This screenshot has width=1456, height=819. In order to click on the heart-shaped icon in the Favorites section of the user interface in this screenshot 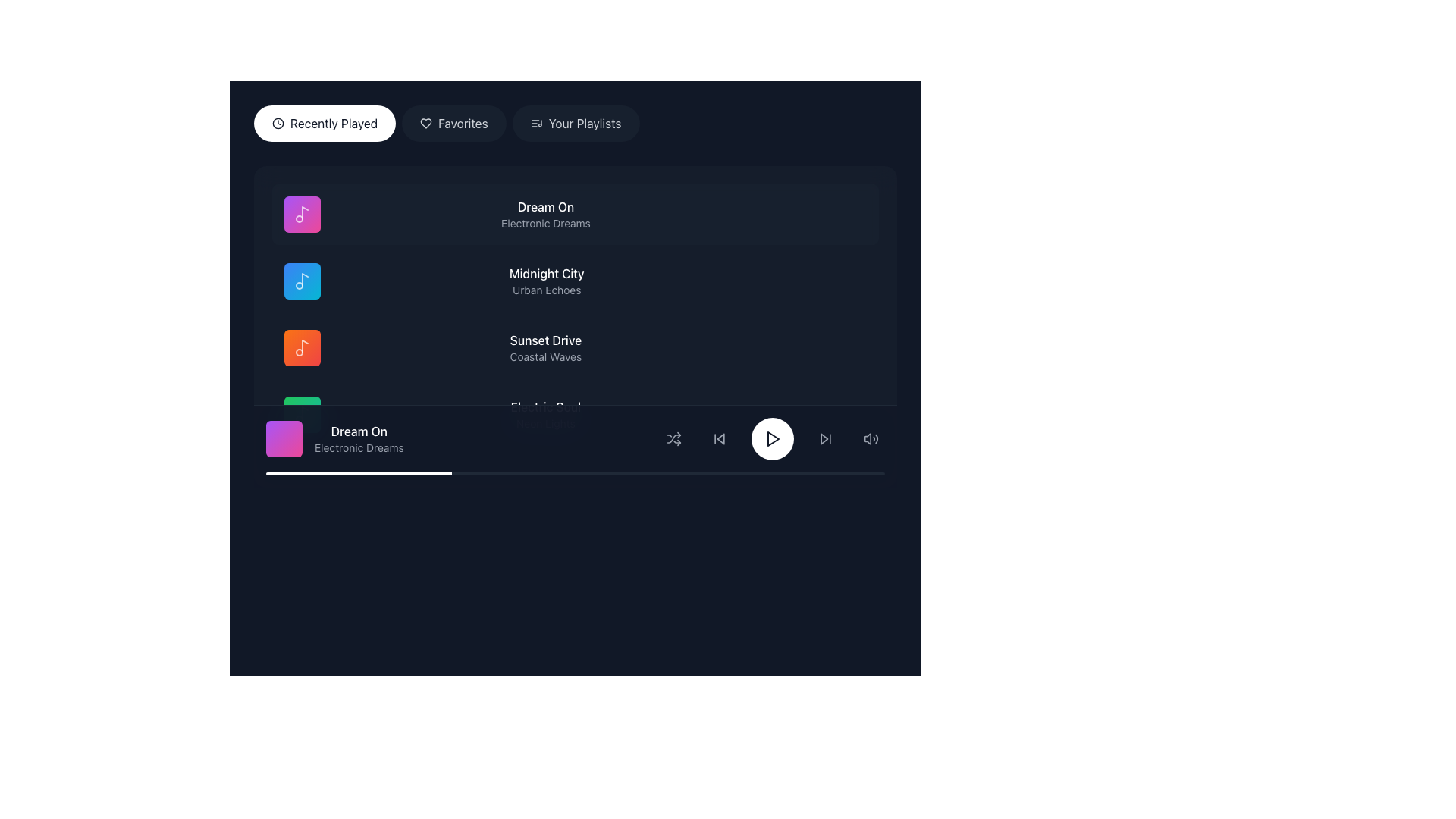, I will do `click(425, 122)`.